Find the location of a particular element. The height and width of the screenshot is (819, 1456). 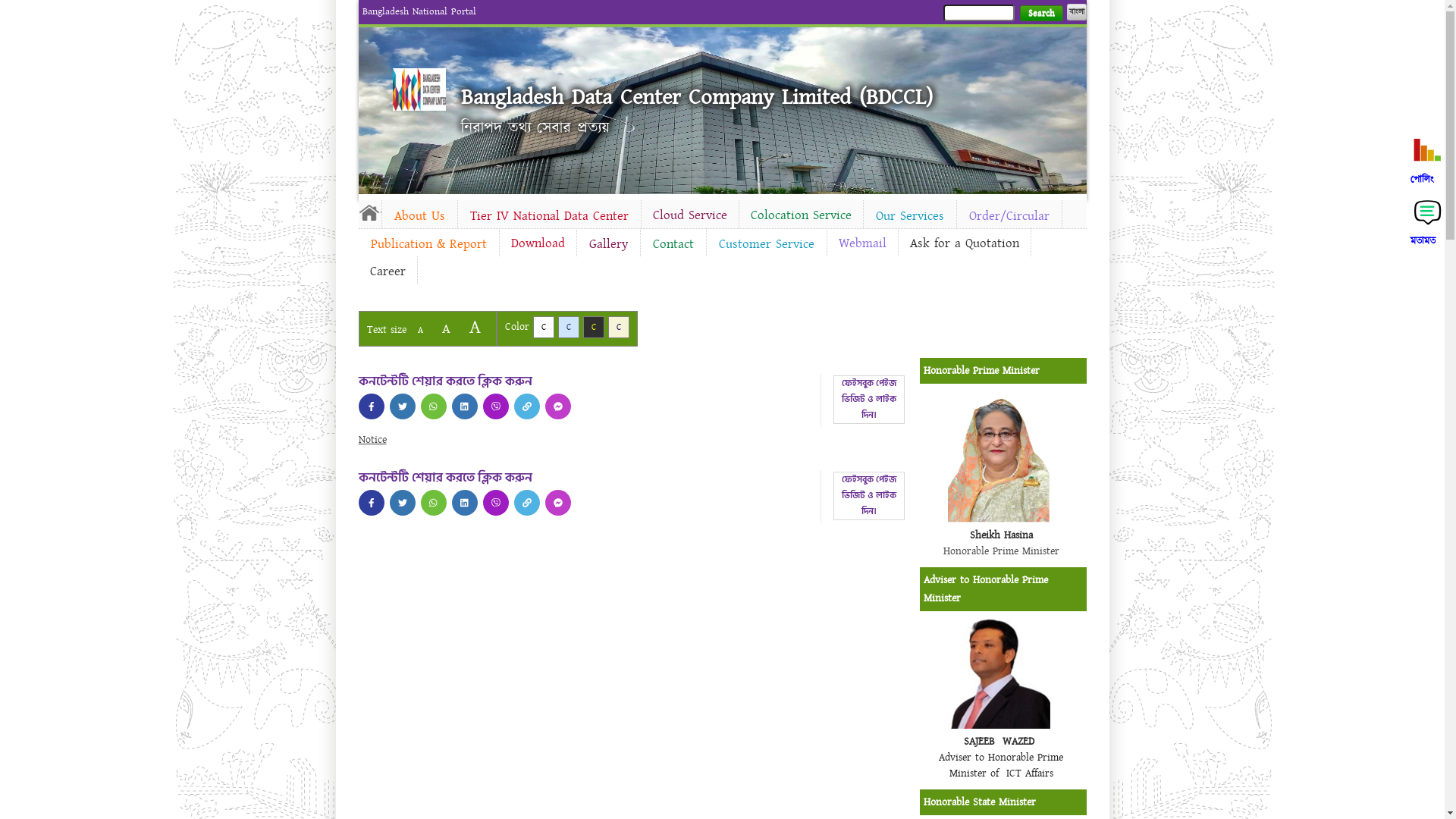

'Gallery' is located at coordinates (575, 243).